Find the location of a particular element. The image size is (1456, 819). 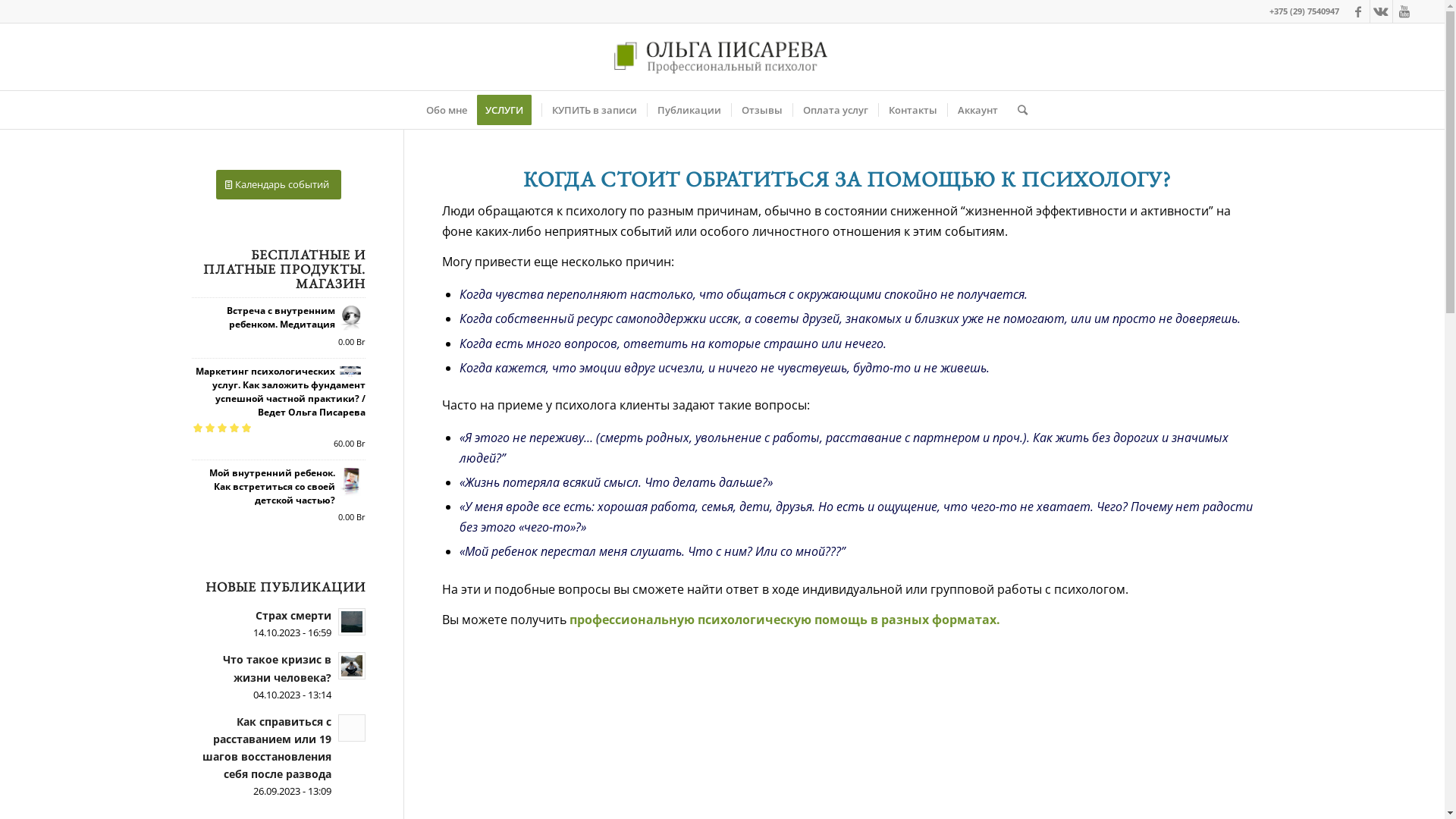

'Facebook' is located at coordinates (1347, 11).